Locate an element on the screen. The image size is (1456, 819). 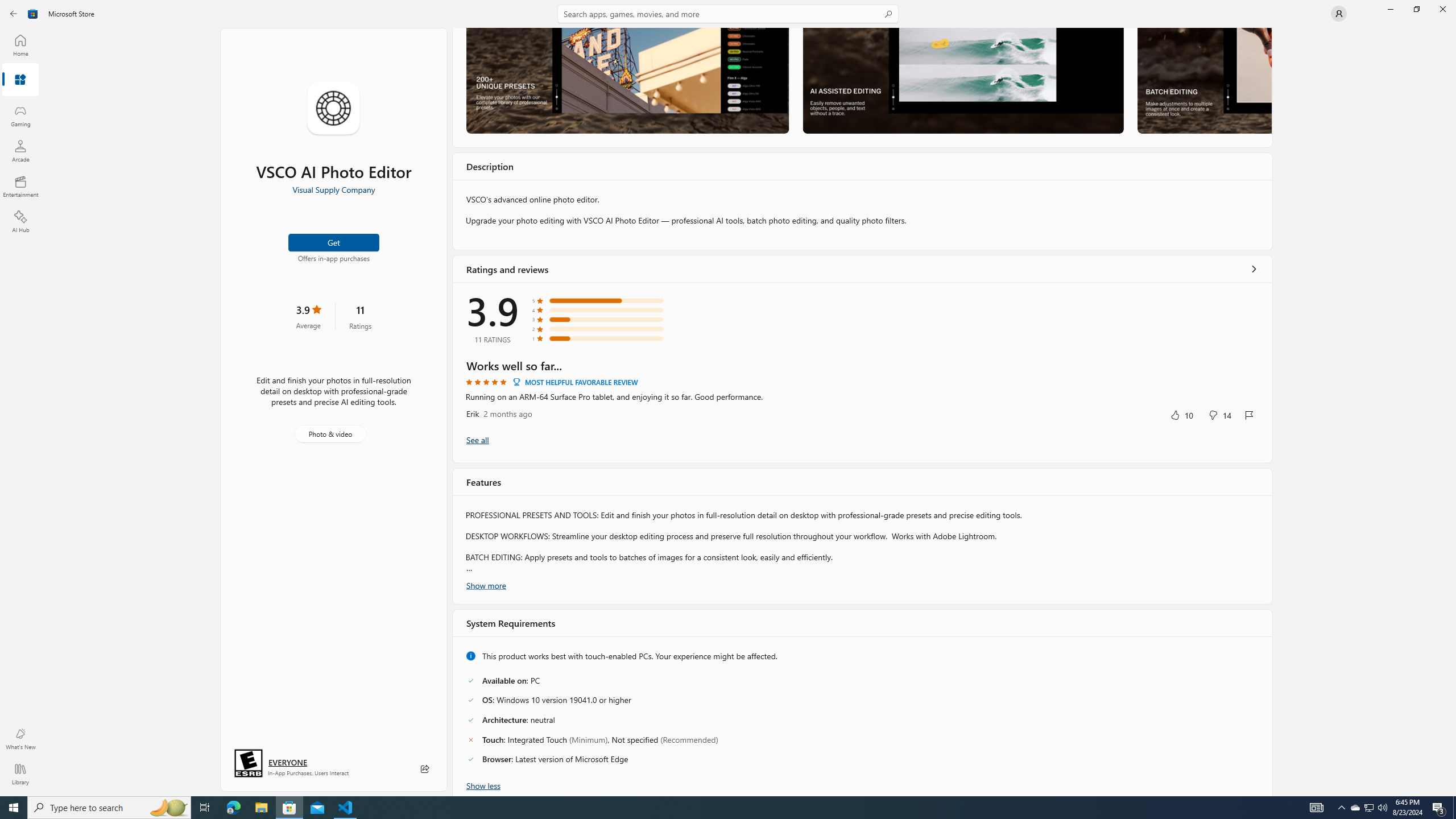
'Report review' is located at coordinates (1249, 415).